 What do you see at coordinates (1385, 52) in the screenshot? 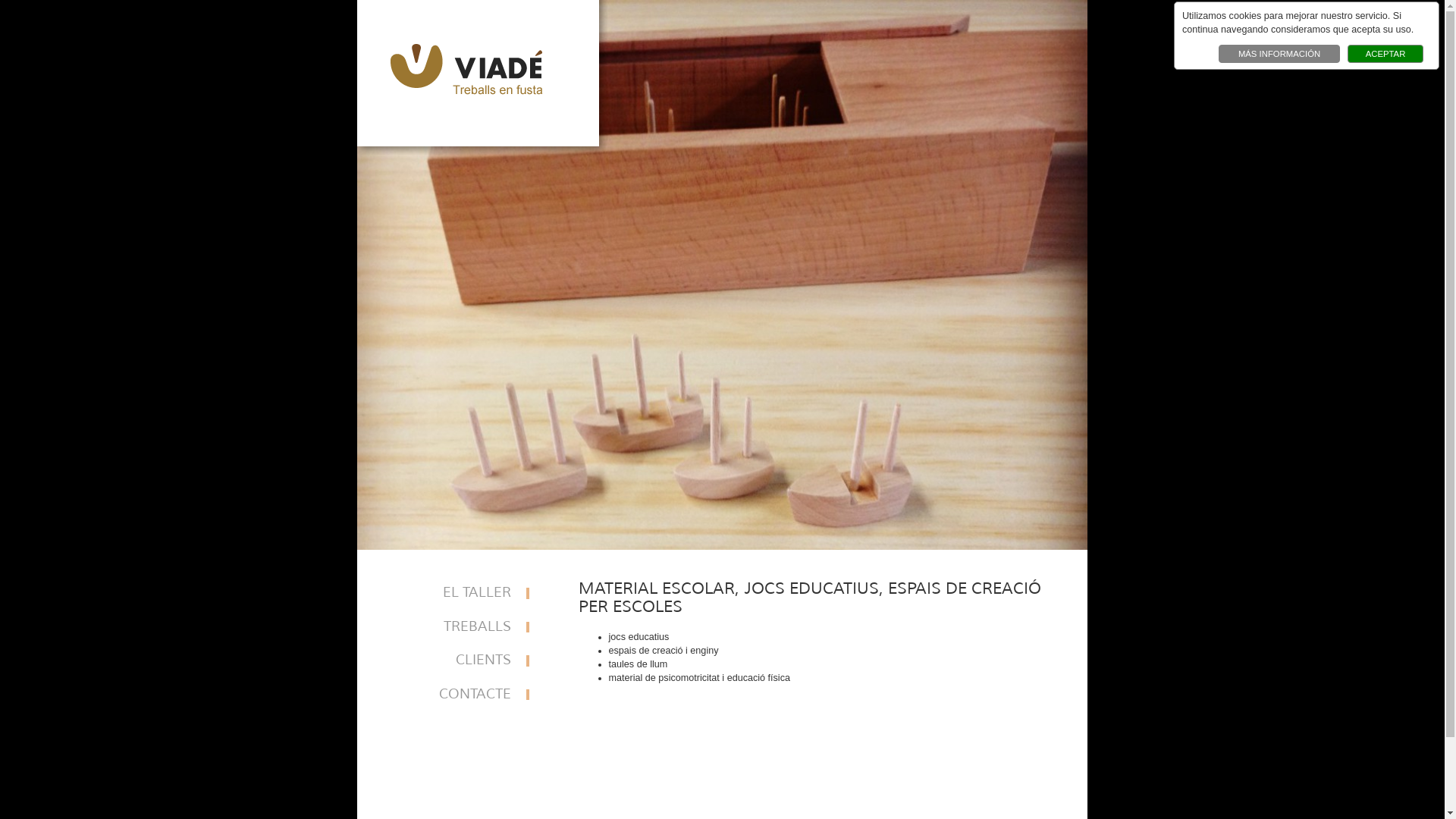
I see `'ACEPTAR'` at bounding box center [1385, 52].